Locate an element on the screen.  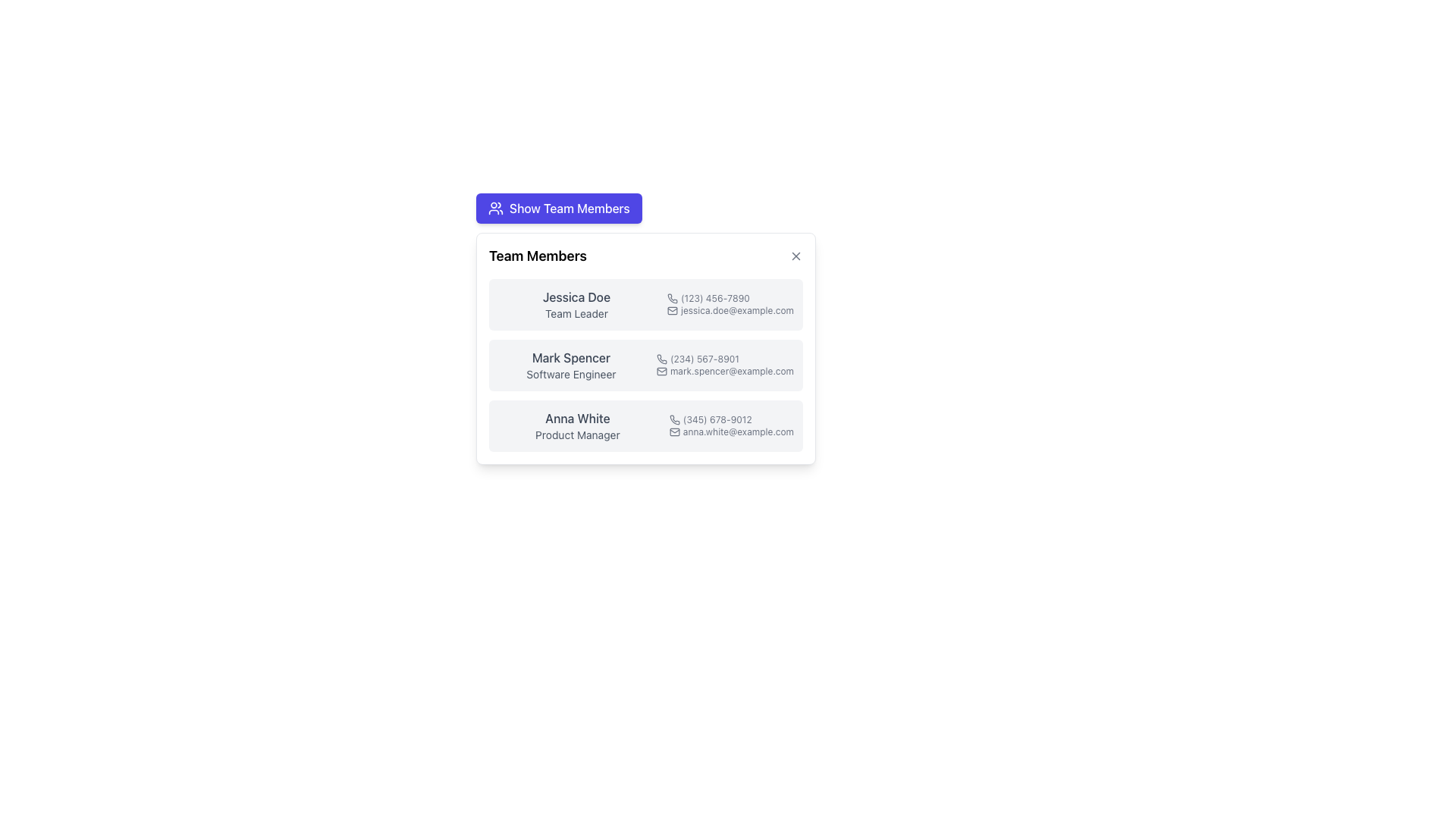
the interactive elements inside the Information card item, which is the first entry in the 'Team Members' card, displaying a light gray background with rounded corners and containing contact details is located at coordinates (645, 304).